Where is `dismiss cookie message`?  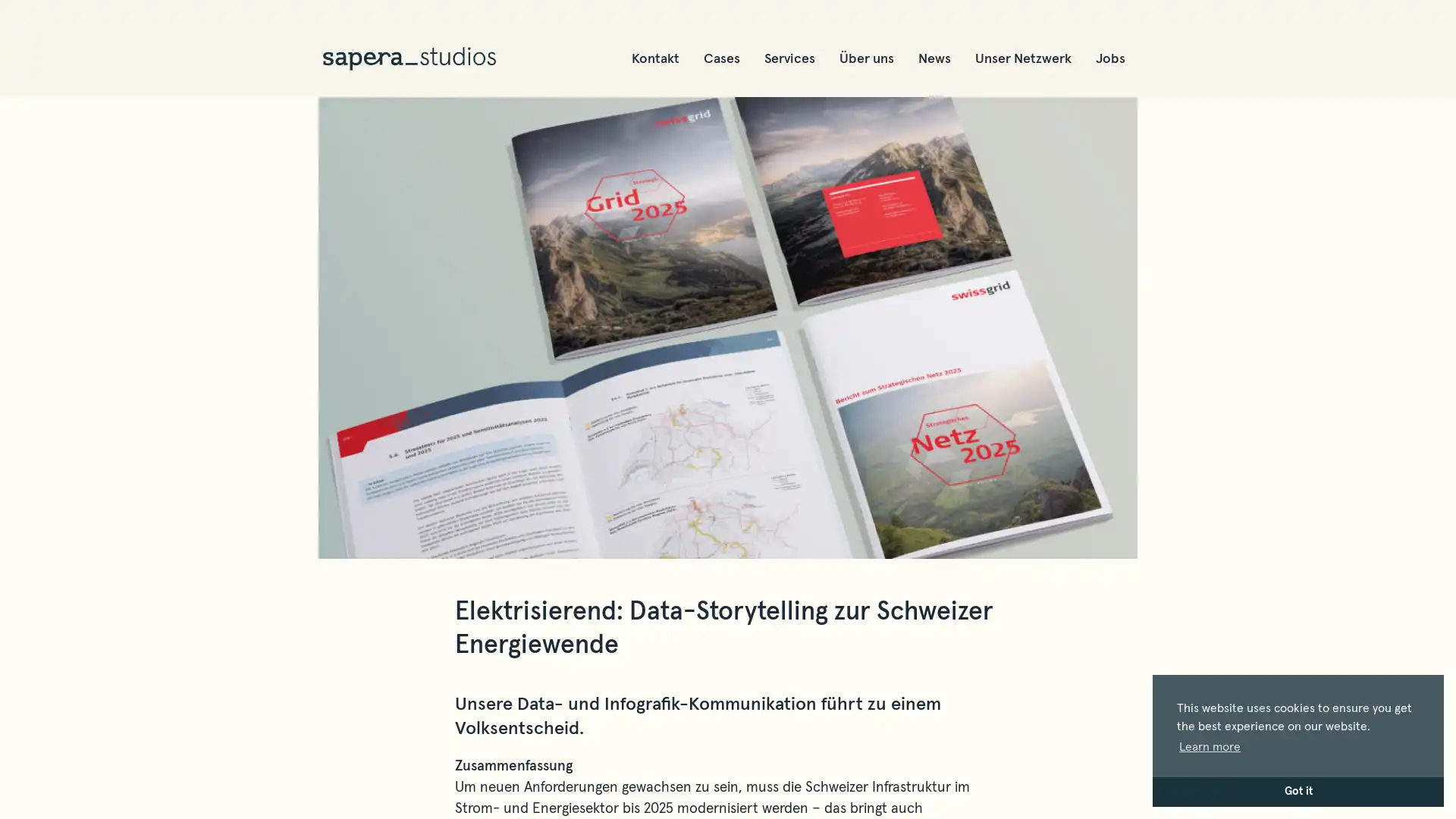 dismiss cookie message is located at coordinates (1298, 791).